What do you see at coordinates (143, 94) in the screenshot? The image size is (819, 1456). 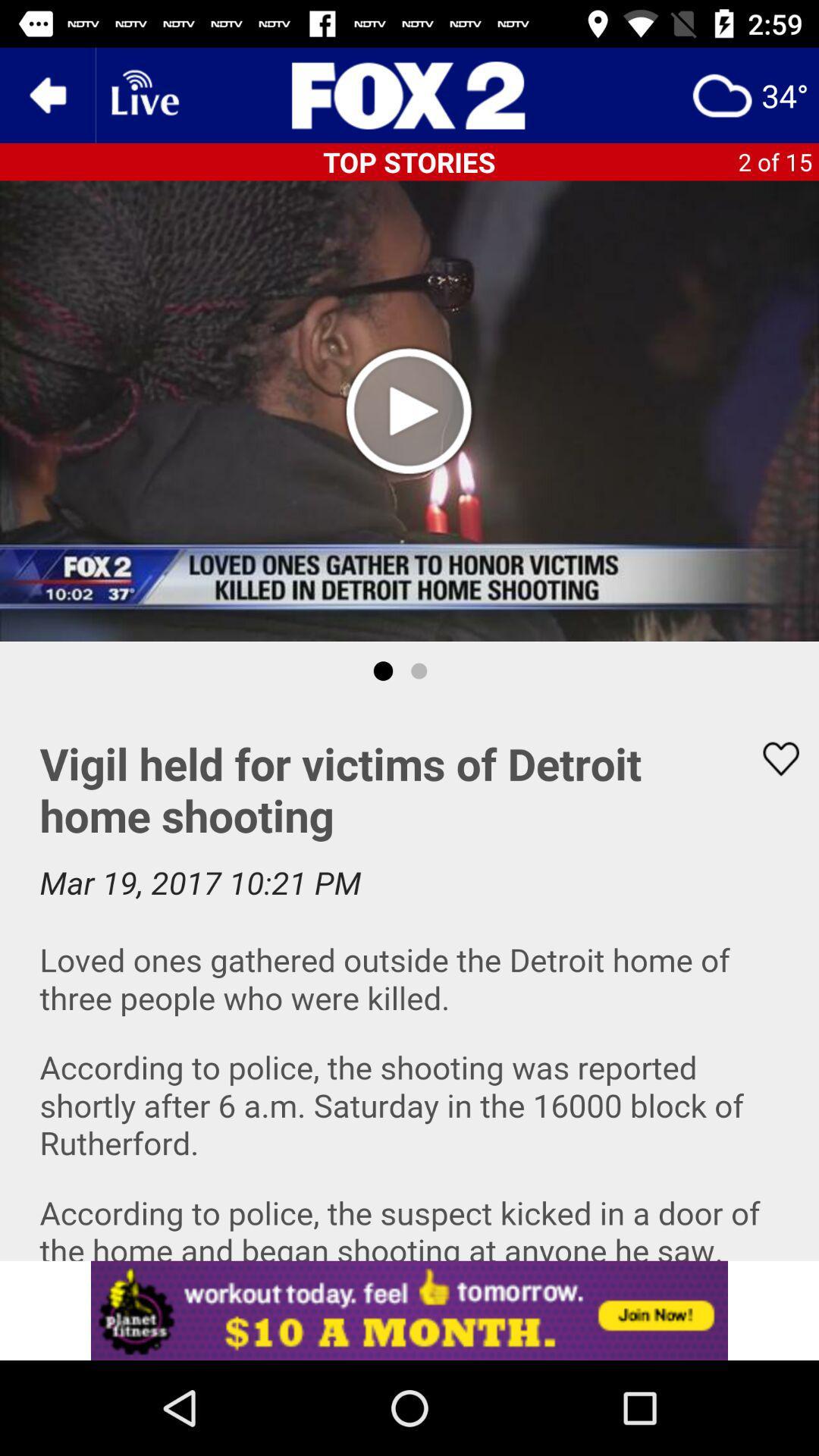 I see `live page` at bounding box center [143, 94].